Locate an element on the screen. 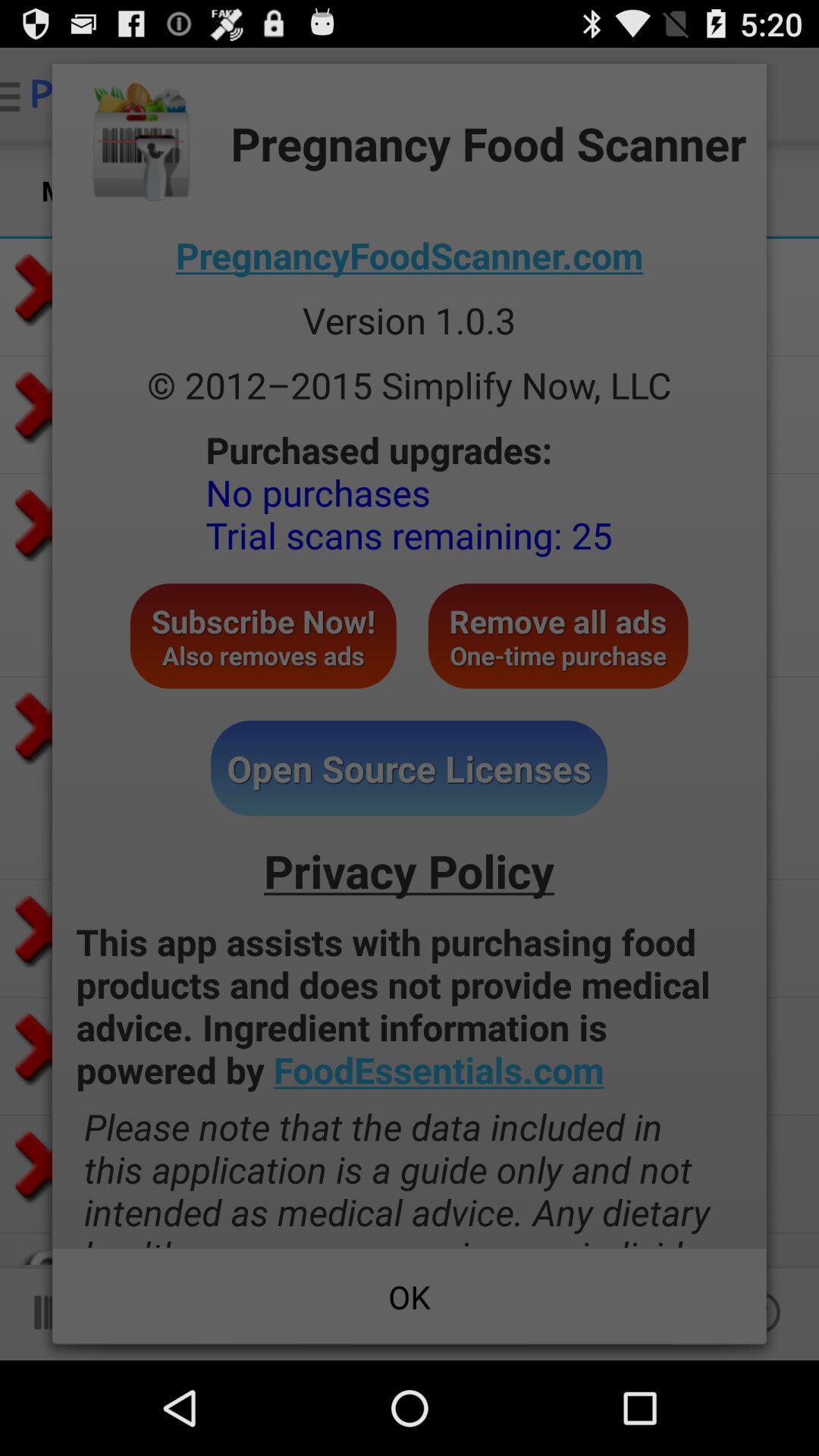 This screenshot has width=819, height=1456. the icon to the right of subscribe now also is located at coordinates (558, 635).